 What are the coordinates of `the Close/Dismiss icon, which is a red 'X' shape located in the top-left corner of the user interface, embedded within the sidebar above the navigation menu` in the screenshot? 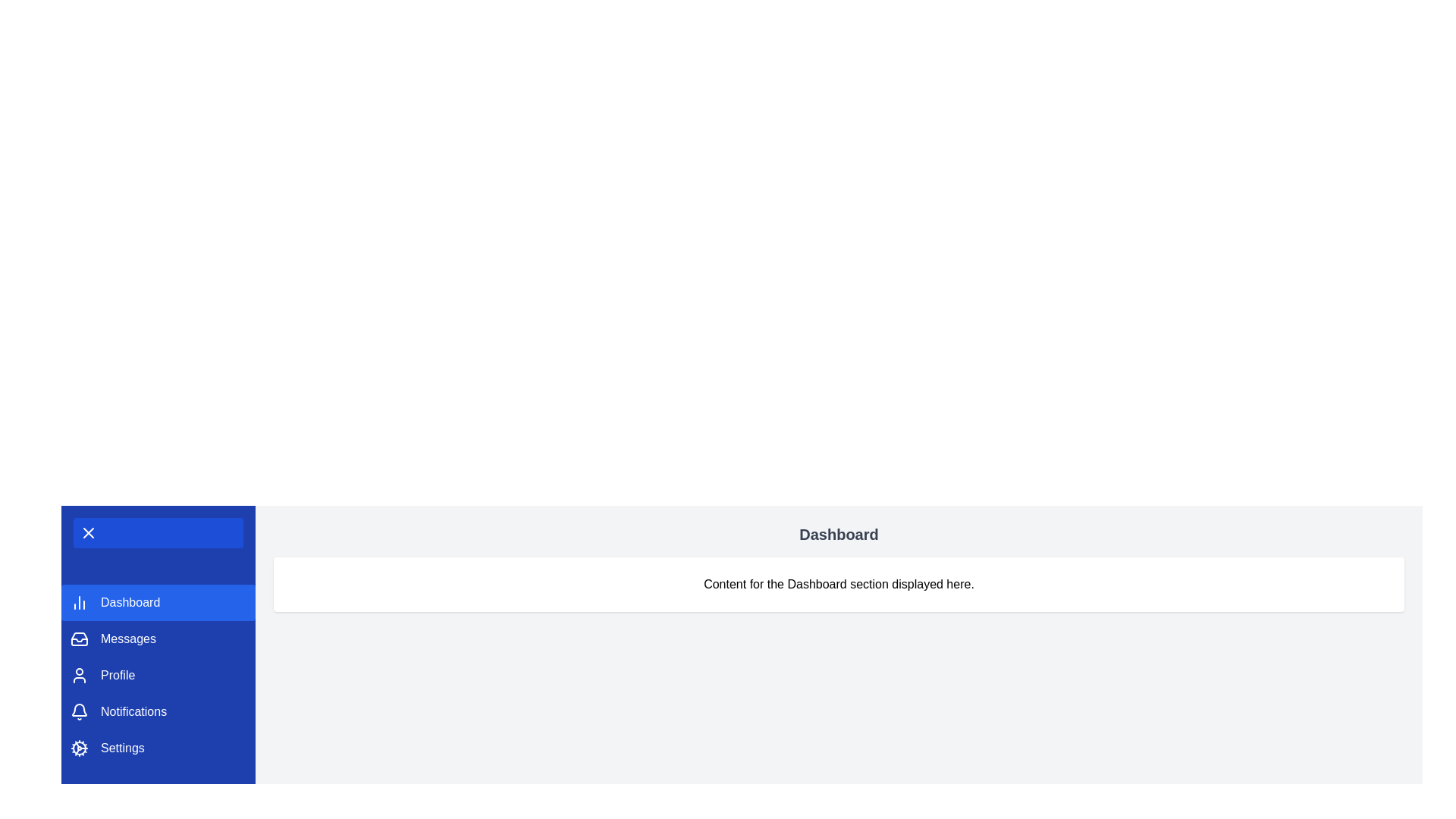 It's located at (87, 532).